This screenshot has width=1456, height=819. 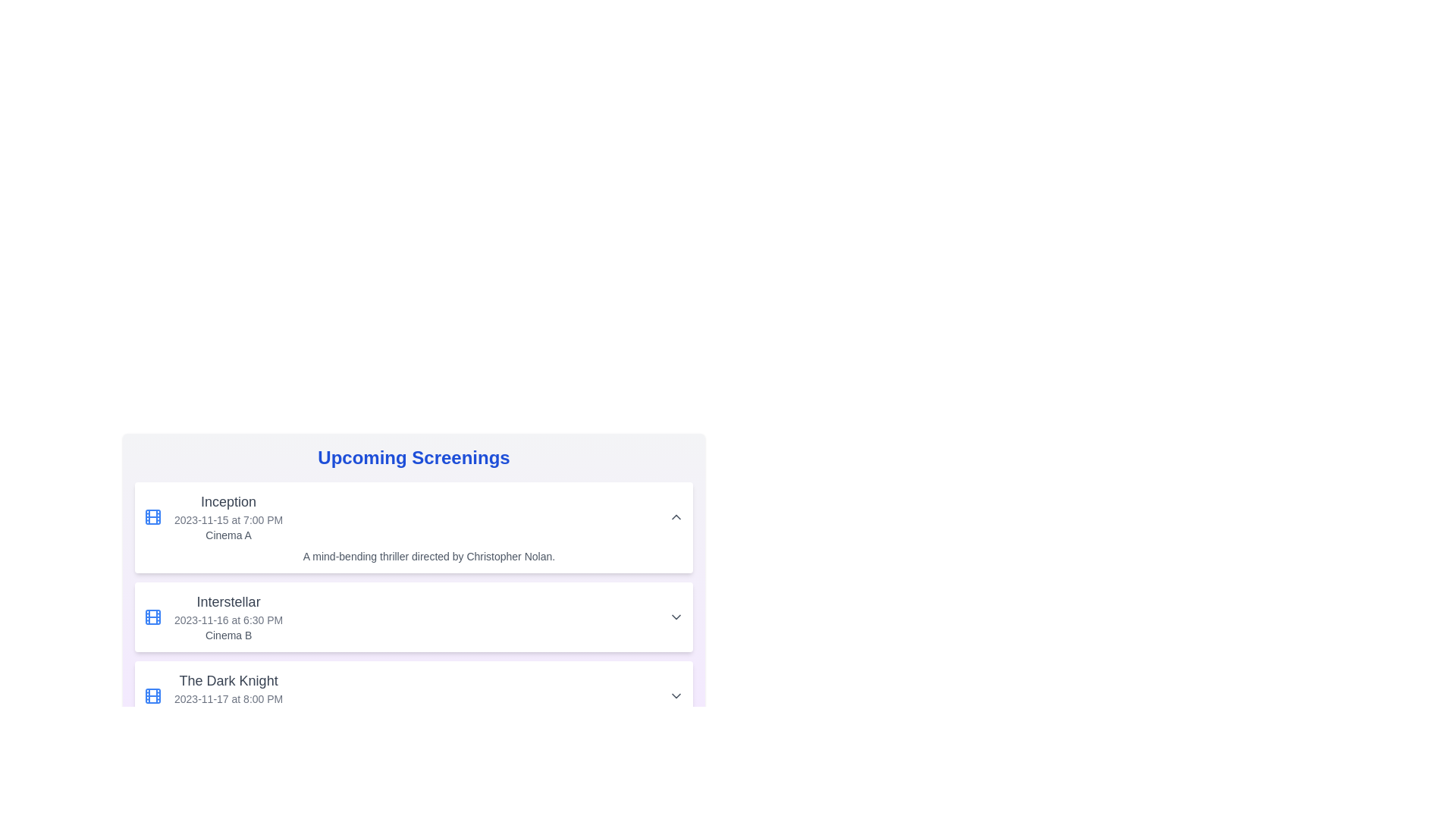 What do you see at coordinates (212, 516) in the screenshot?
I see `the cinema screening entry for 'Inception' displaying the date and time '2023-11-15 at 7:00 PM' and location 'Cinema A'` at bounding box center [212, 516].